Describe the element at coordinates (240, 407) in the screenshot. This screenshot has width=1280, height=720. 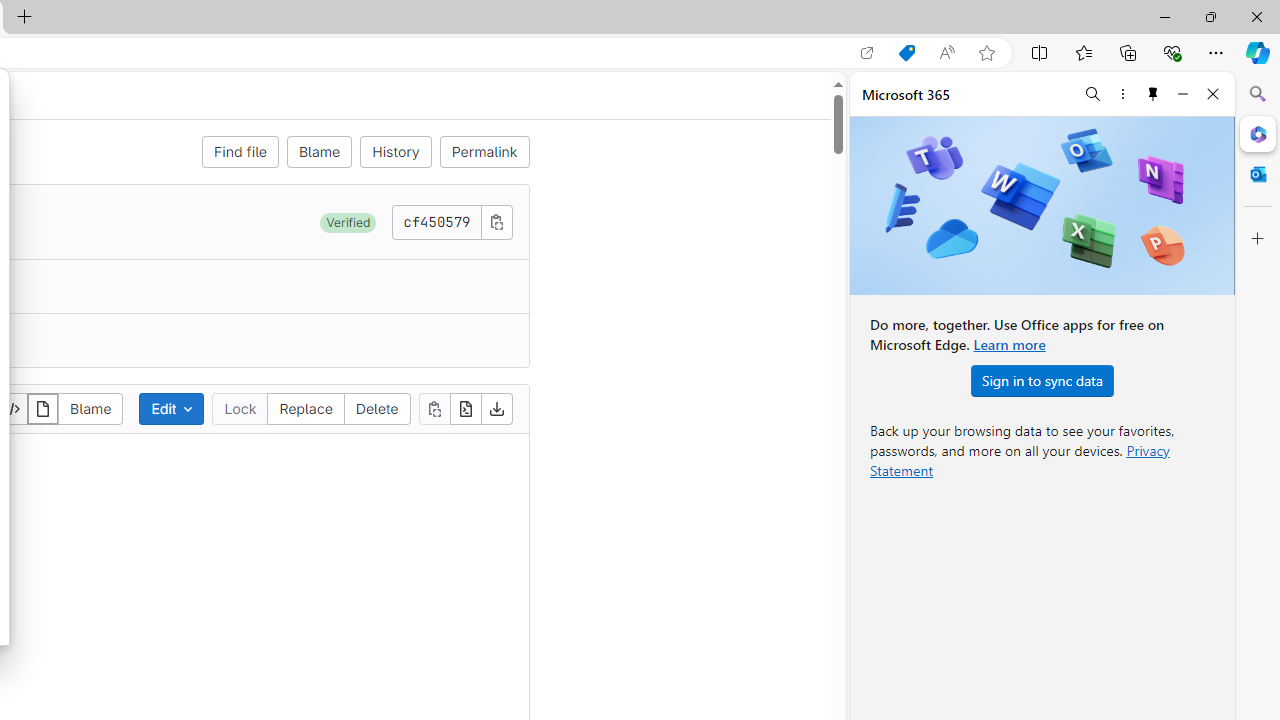
I see `'Lock'` at that location.